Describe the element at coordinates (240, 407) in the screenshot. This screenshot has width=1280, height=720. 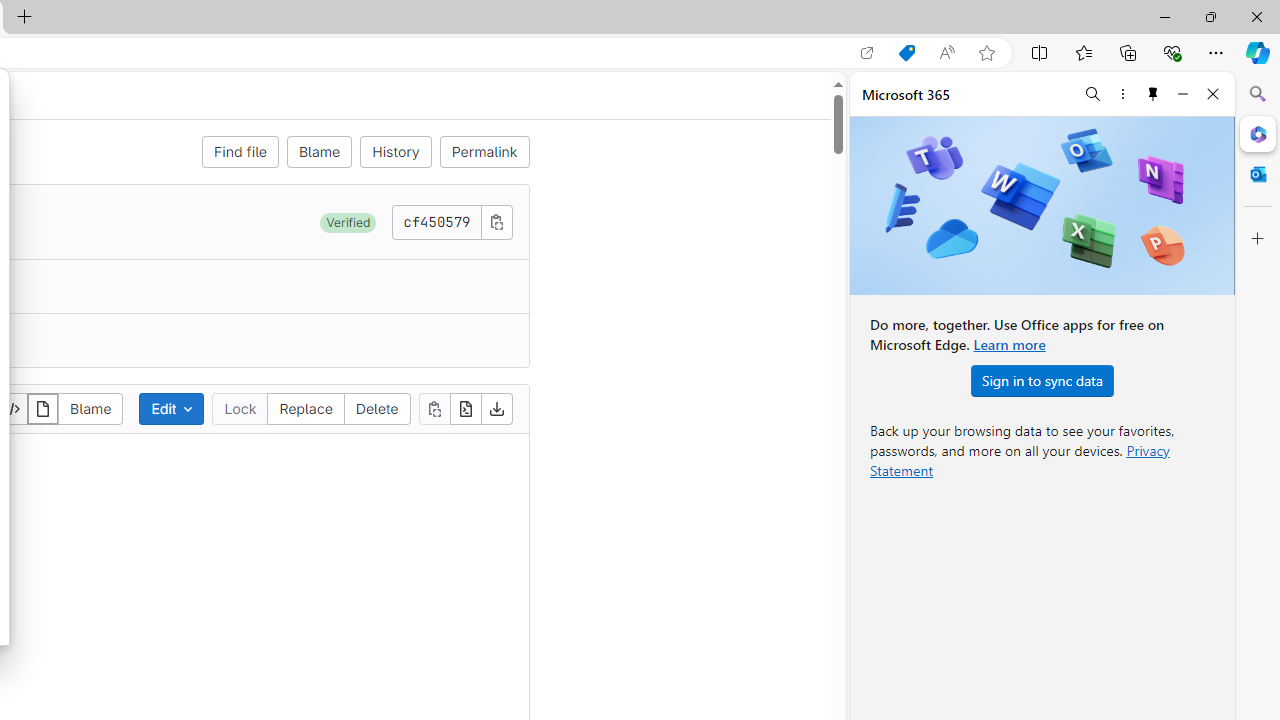
I see `'Lock'` at that location.